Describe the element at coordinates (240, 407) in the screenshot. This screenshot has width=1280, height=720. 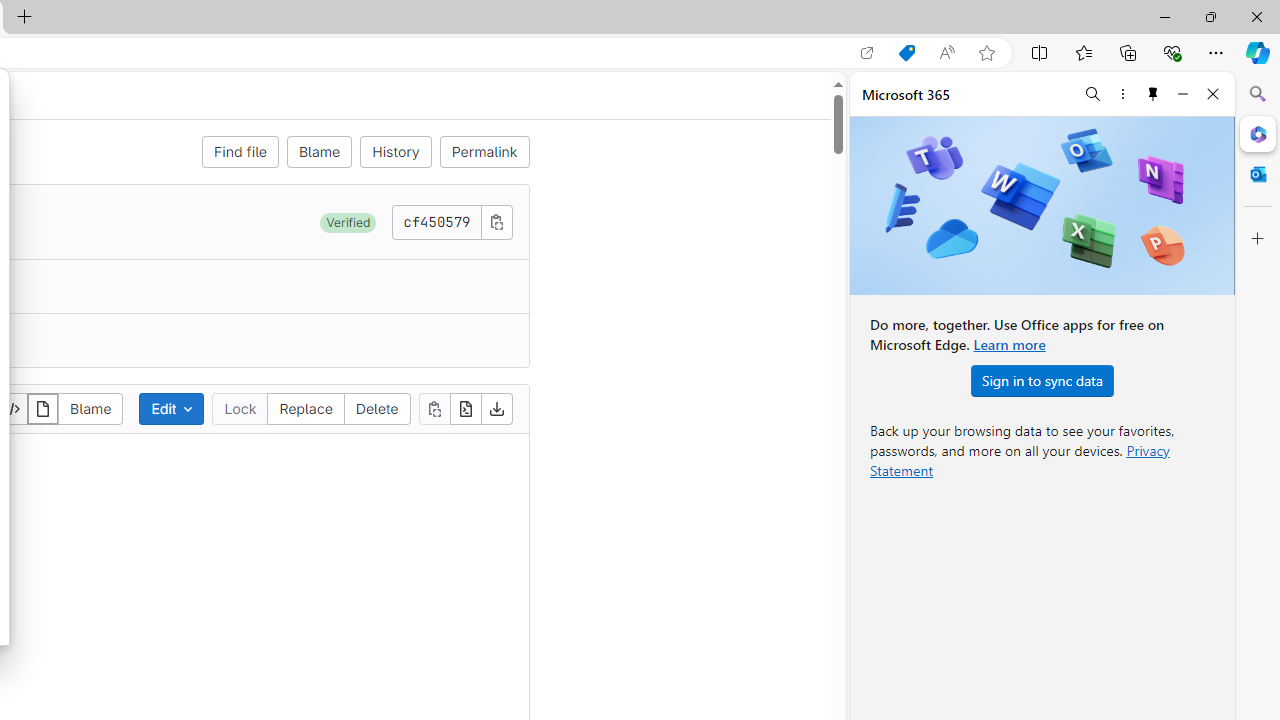
I see `'Lock'` at that location.